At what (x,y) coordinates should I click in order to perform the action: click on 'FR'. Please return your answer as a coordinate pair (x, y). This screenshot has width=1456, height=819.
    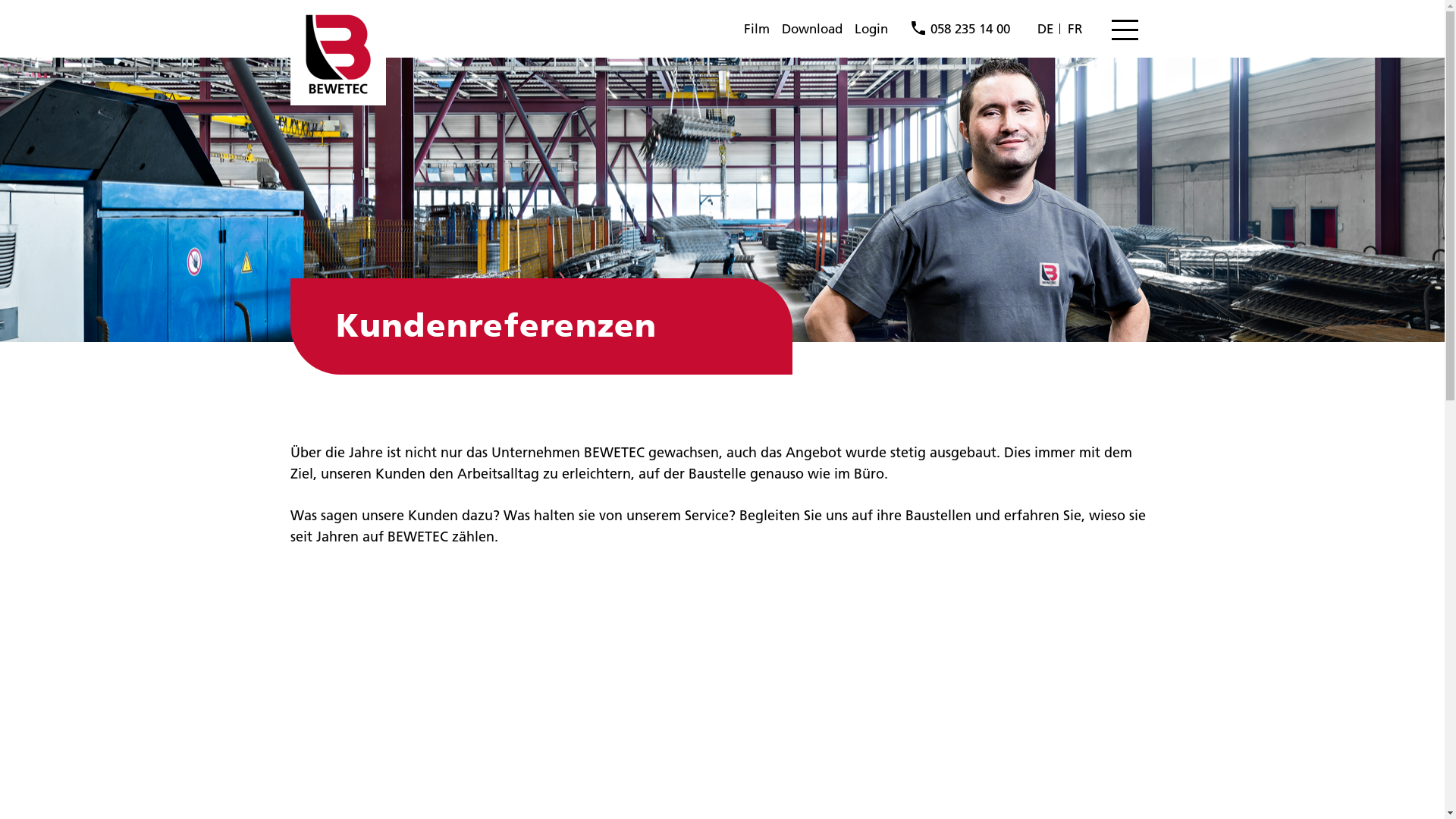
    Looking at the image, I should click on (1074, 29).